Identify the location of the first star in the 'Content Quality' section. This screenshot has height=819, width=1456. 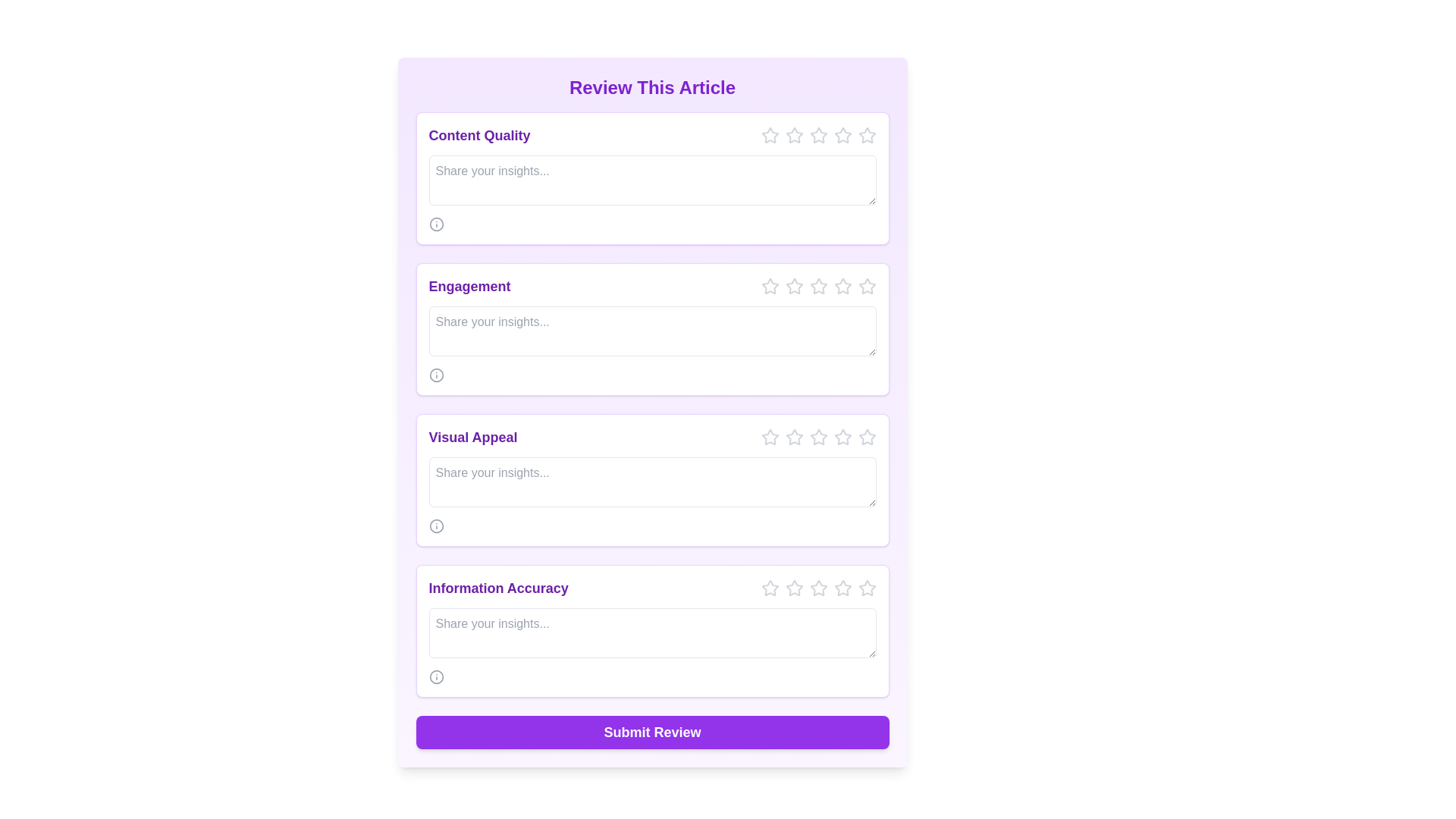
(770, 134).